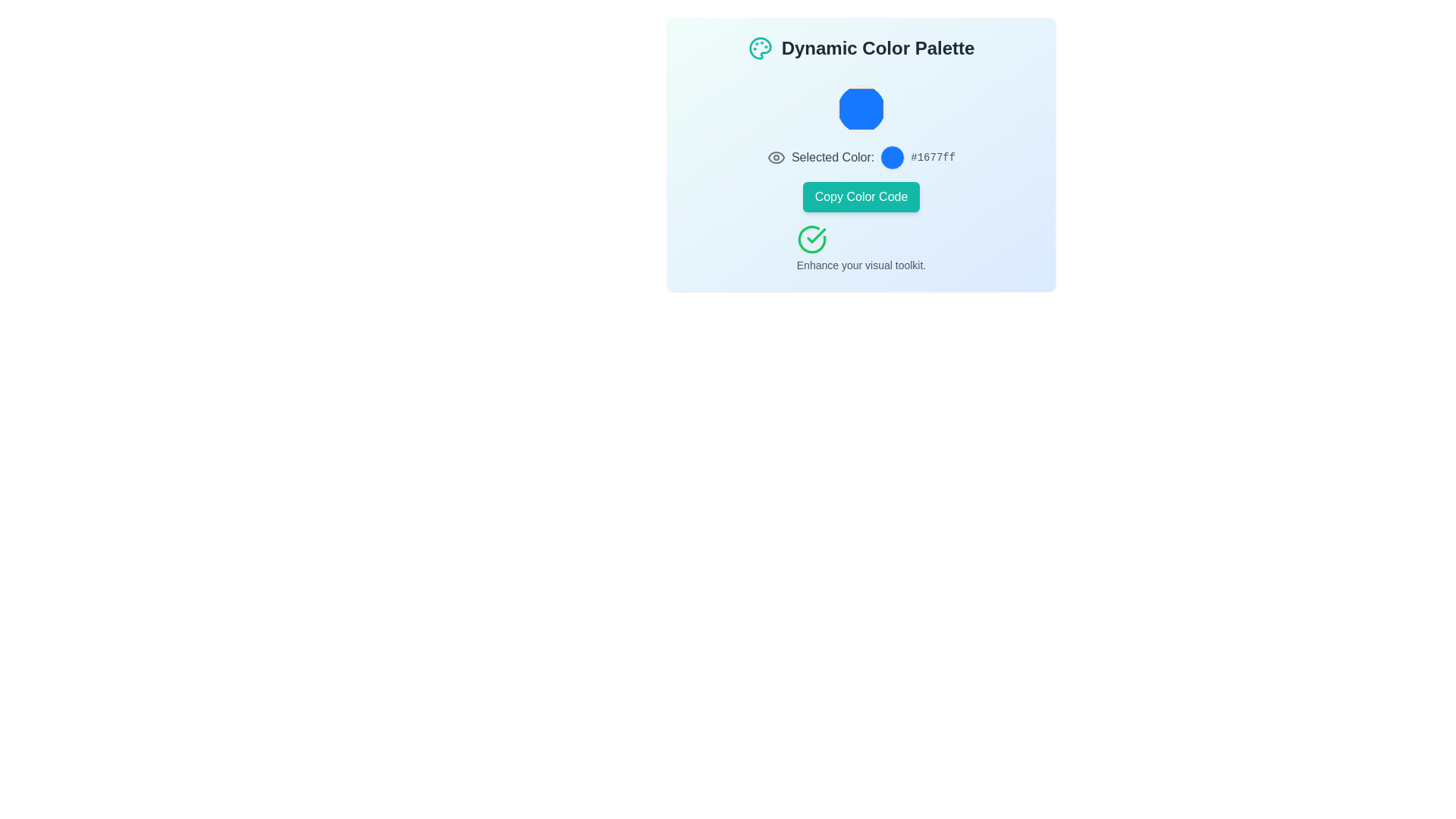 The width and height of the screenshot is (1456, 819). What do you see at coordinates (861, 158) in the screenshot?
I see `the informational display section that indicates the currently selected color in the palette, which includes a circular preview and a hexadecimal color code` at bounding box center [861, 158].